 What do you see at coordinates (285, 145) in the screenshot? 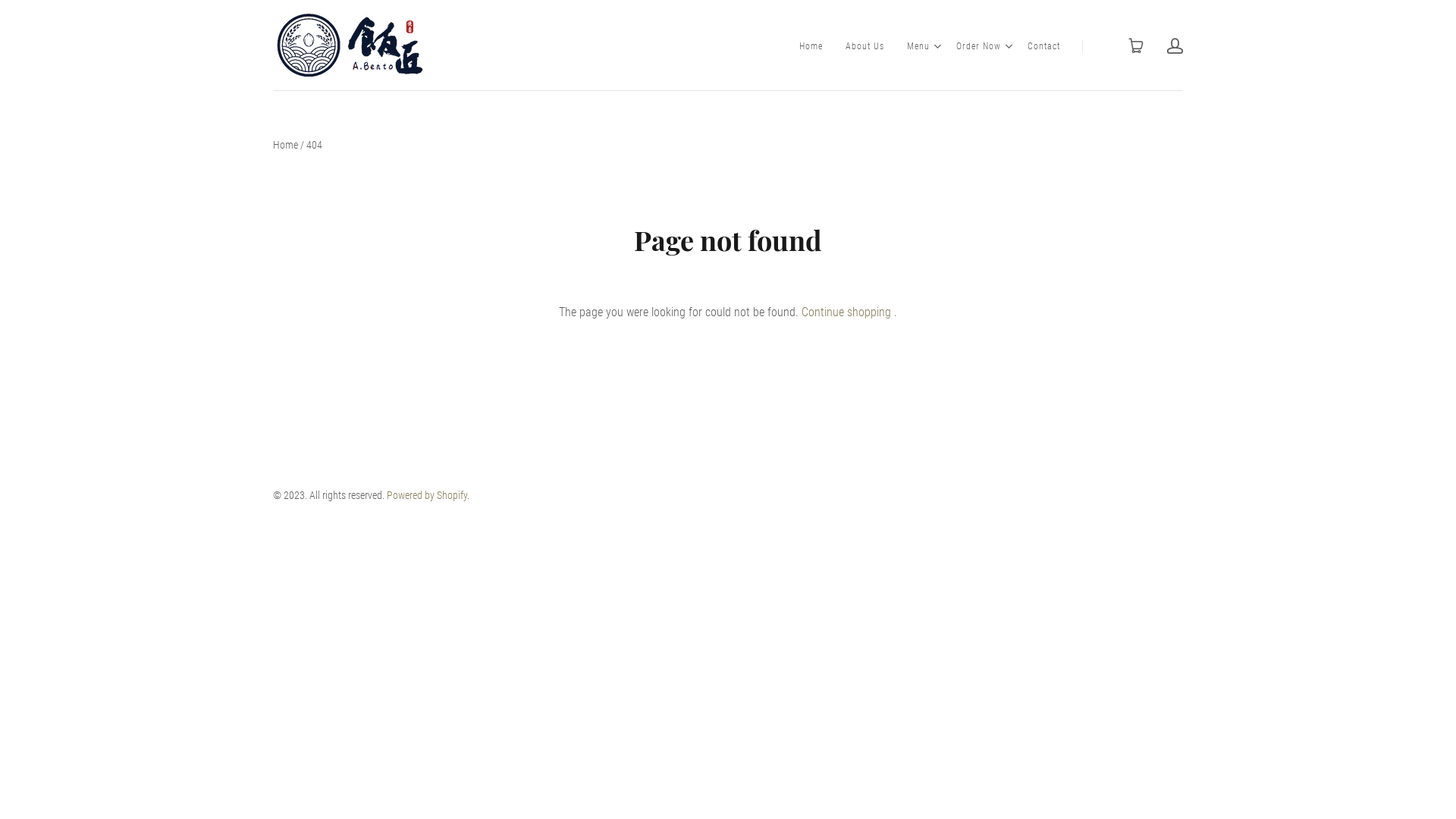
I see `'Home'` at bounding box center [285, 145].